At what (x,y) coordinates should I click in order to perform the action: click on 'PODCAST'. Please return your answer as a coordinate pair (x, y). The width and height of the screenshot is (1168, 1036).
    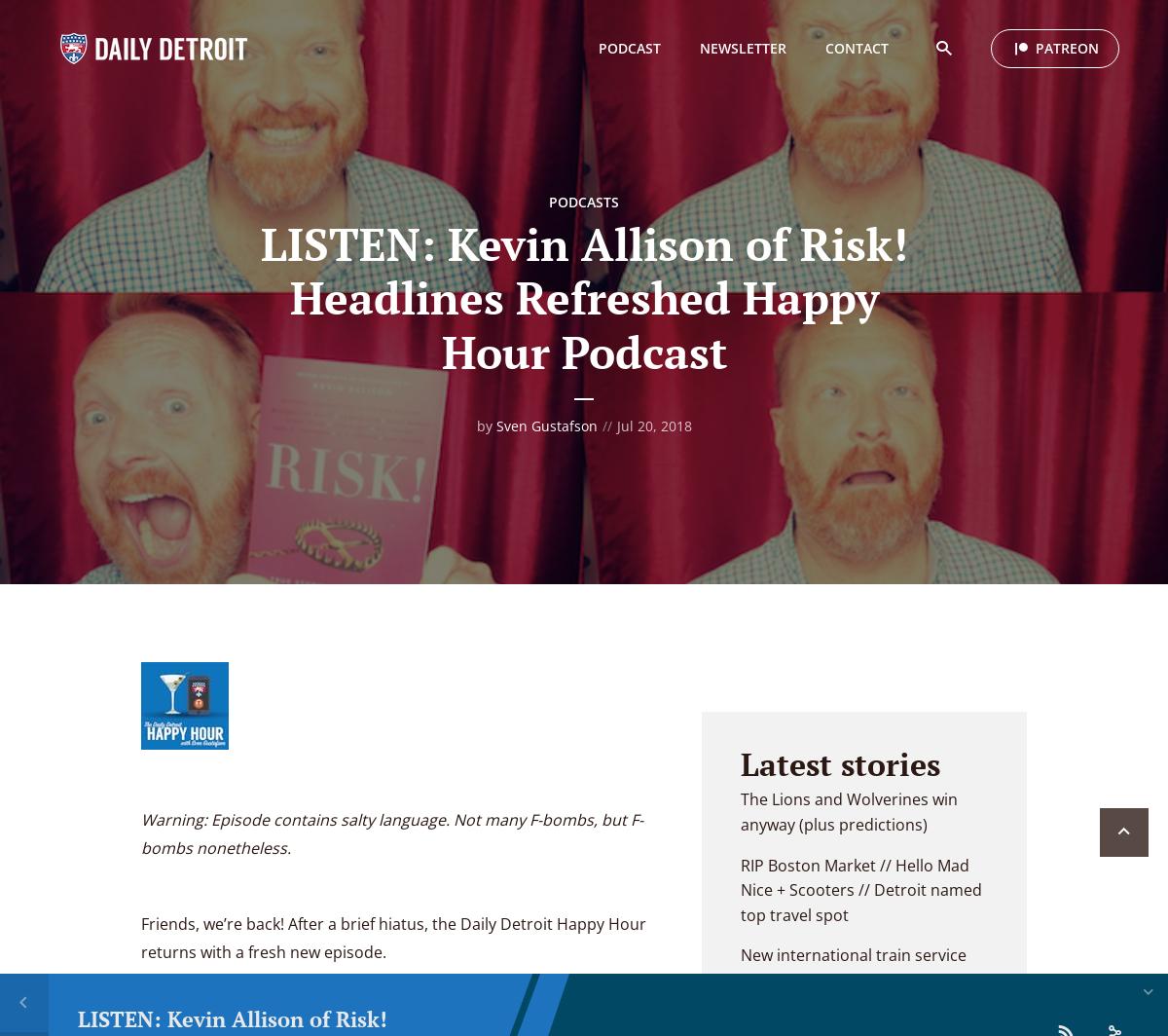
    Looking at the image, I should click on (630, 47).